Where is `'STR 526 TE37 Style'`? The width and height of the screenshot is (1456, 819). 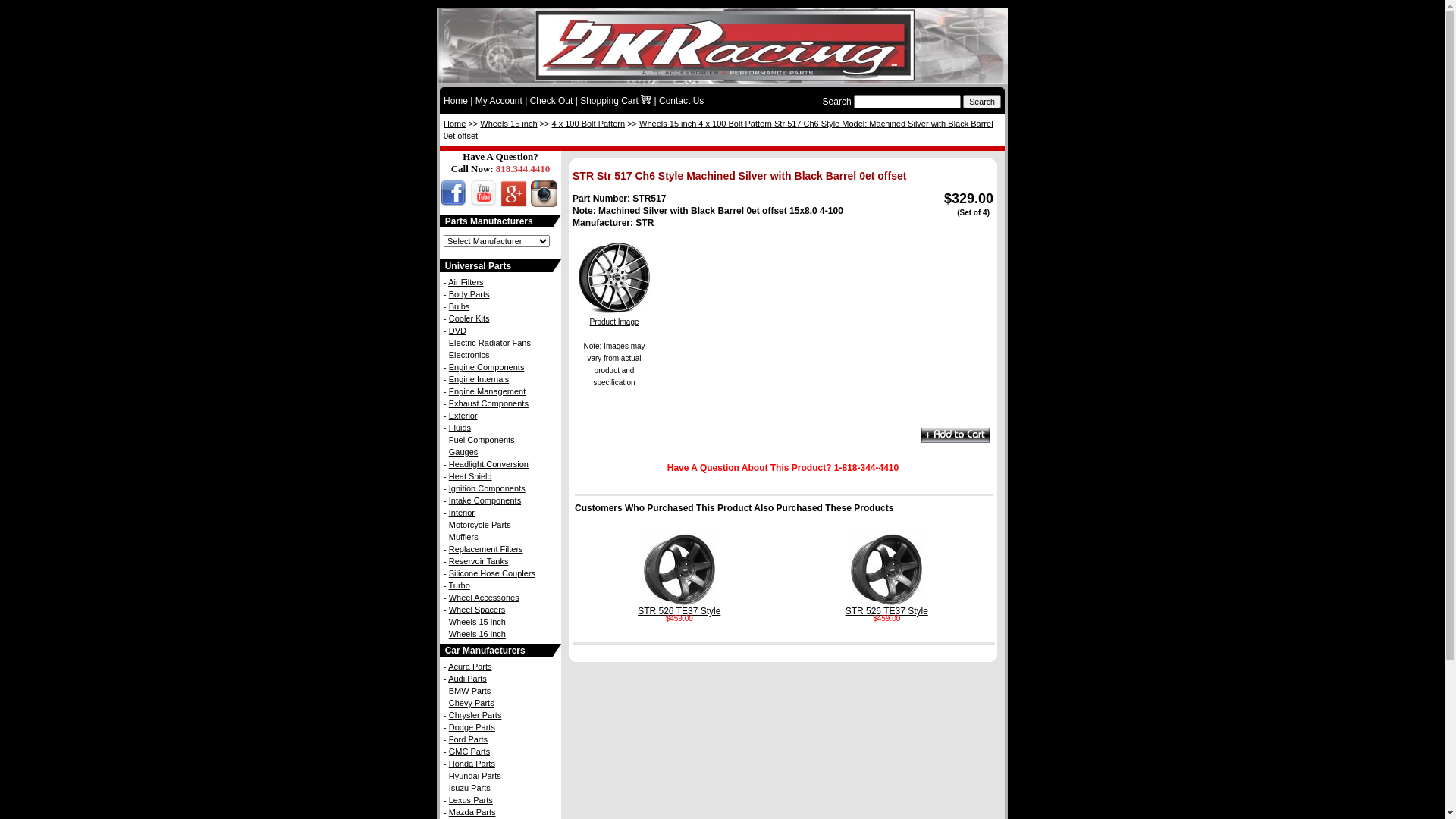 'STR 526 TE37 Style' is located at coordinates (637, 607).